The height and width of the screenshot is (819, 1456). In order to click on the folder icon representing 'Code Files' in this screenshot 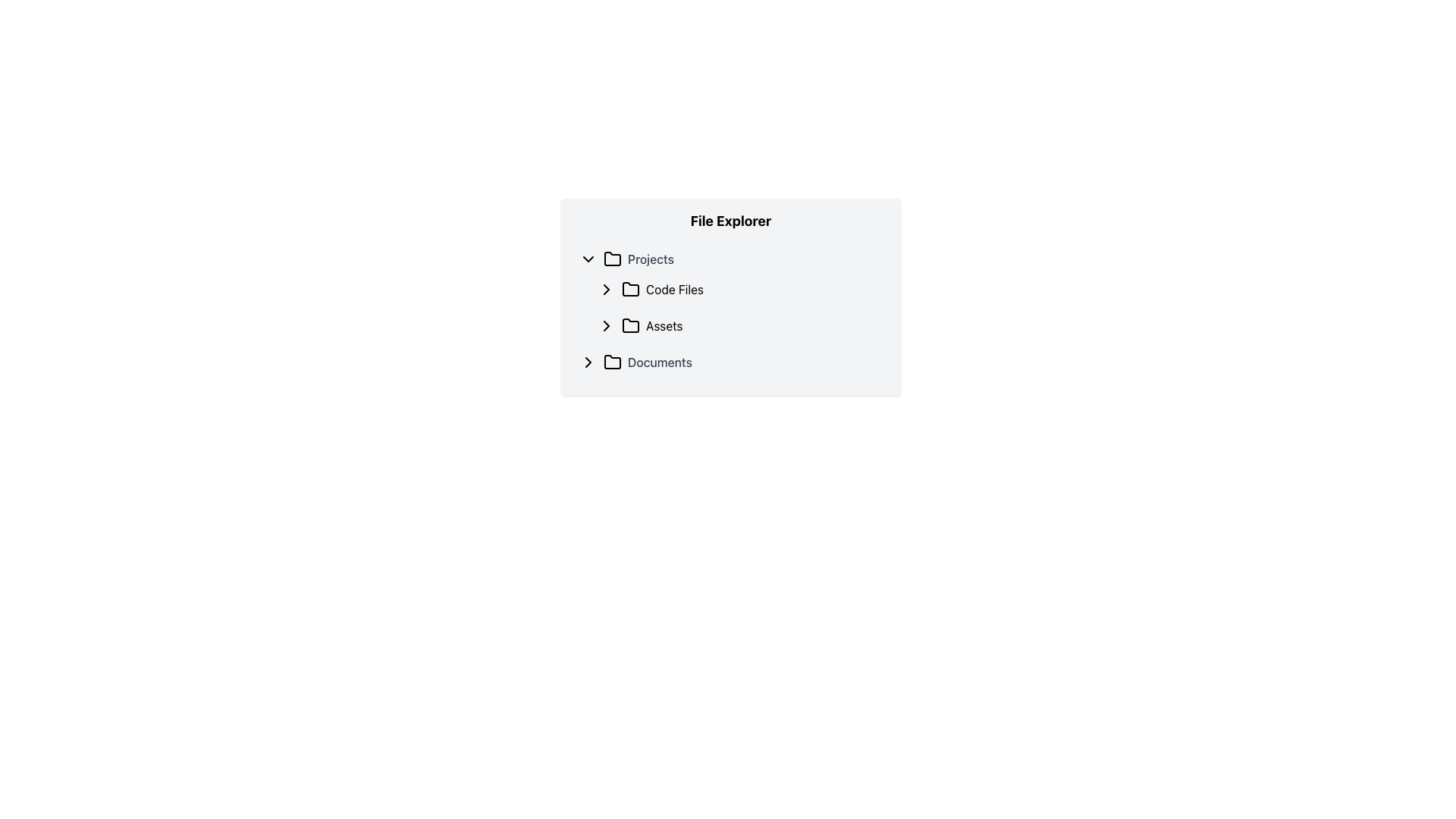, I will do `click(630, 289)`.